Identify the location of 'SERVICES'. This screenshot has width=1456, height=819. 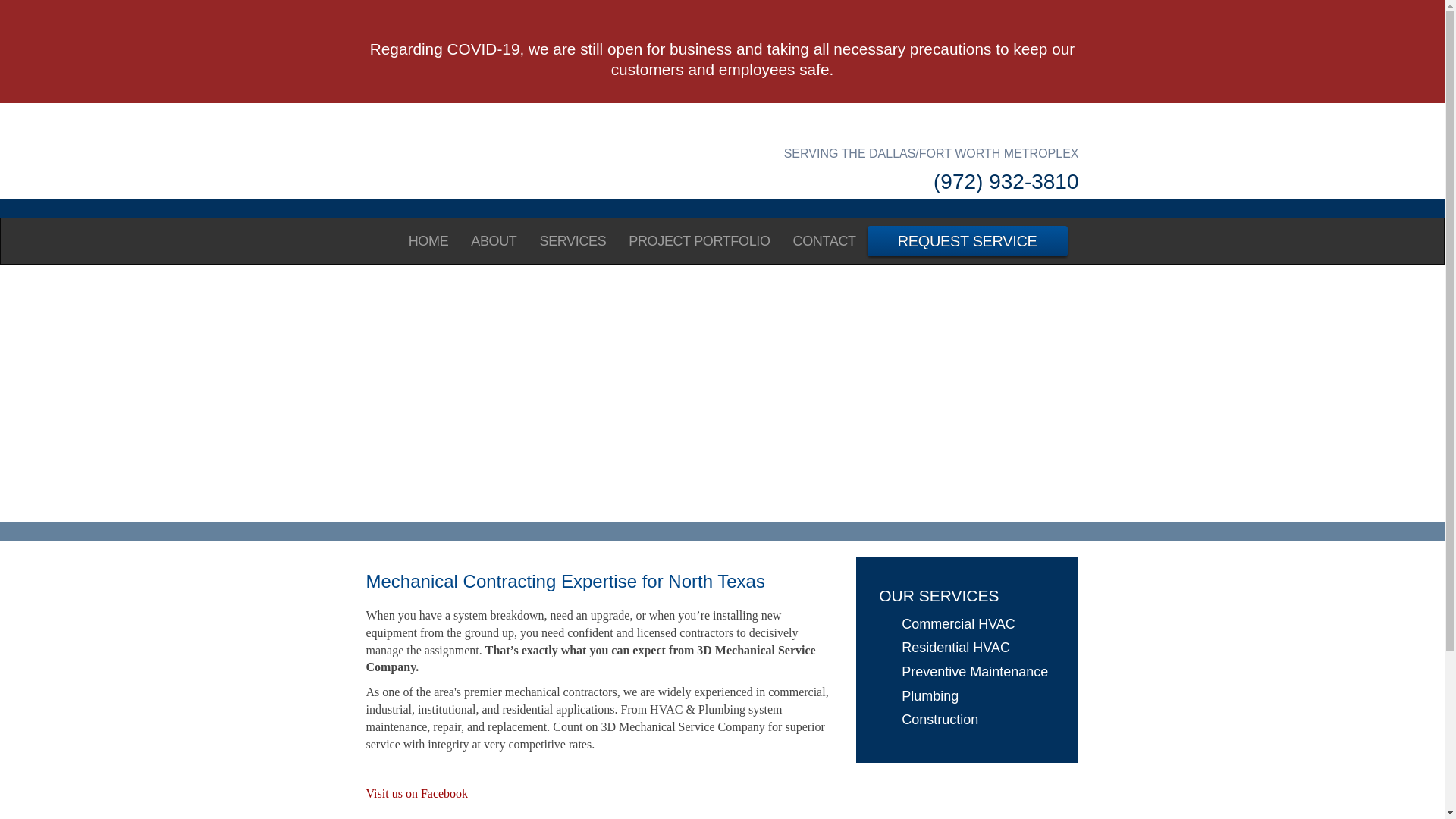
(571, 240).